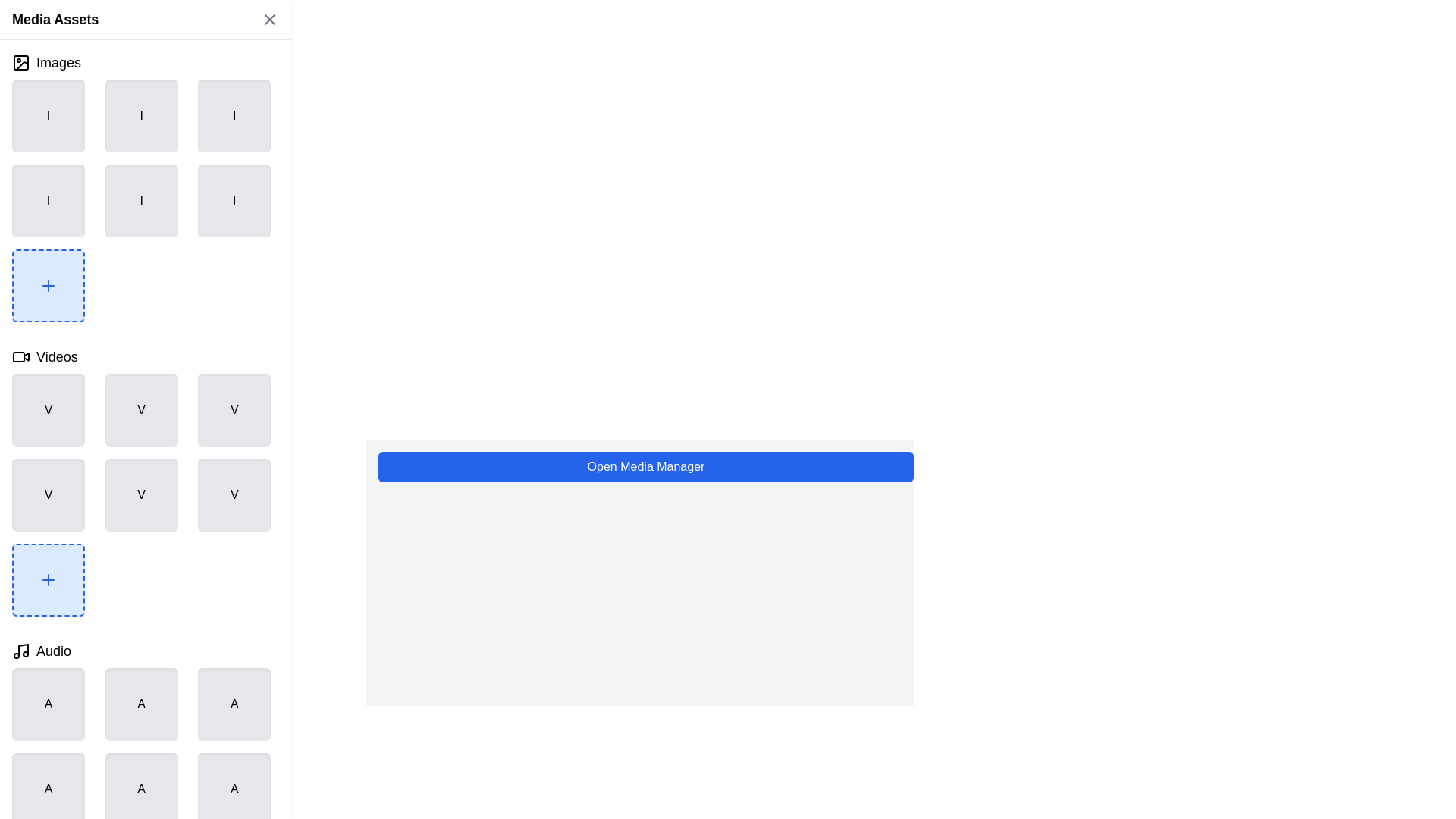  I want to click on the Icon Button, so click(48, 579).